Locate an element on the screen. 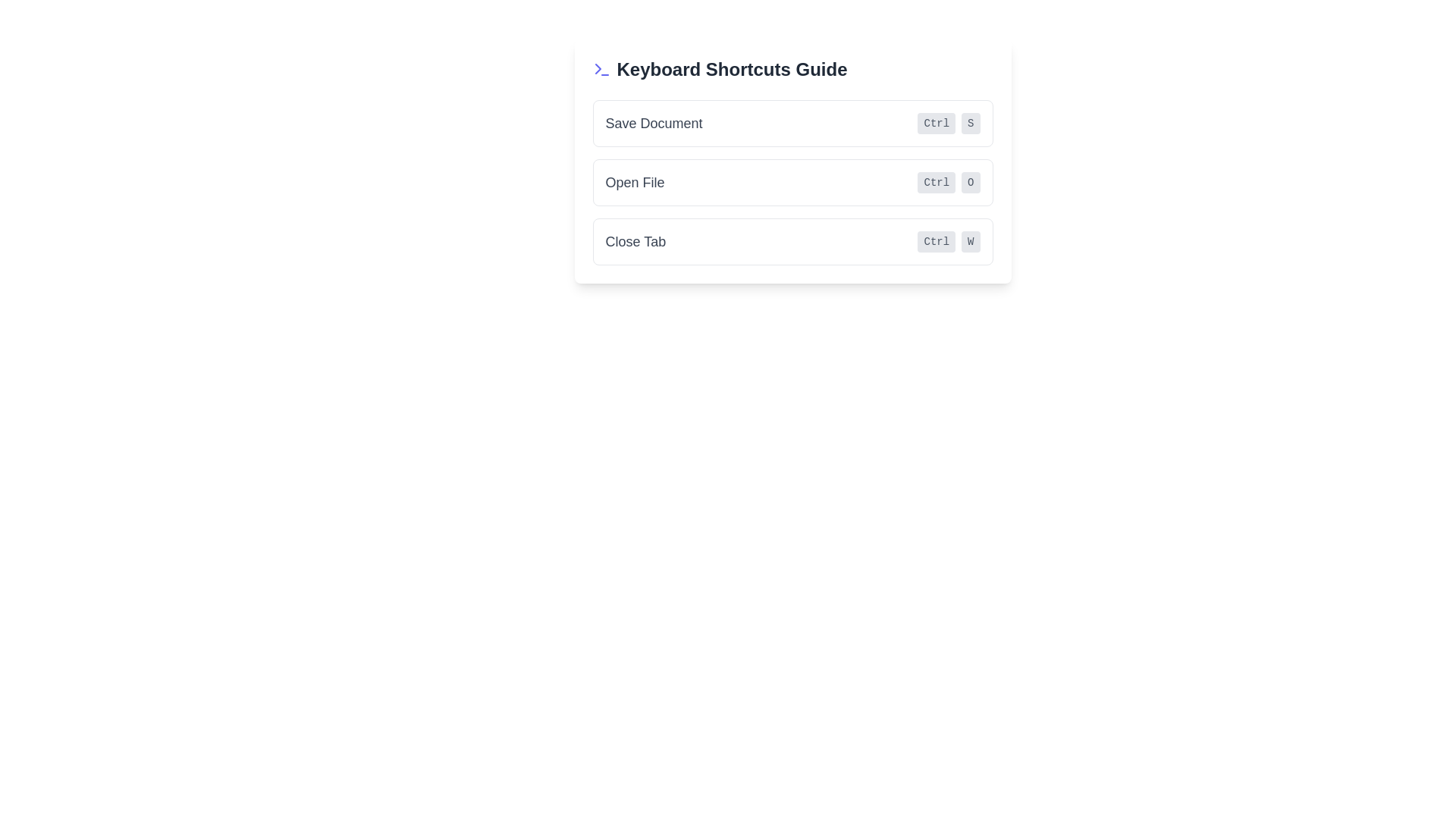 The width and height of the screenshot is (1456, 819). the label that describes the 'Ctrl O' keyboard shortcut, which is the leftmost text in the second row of the keyboard shortcuts list is located at coordinates (635, 181).